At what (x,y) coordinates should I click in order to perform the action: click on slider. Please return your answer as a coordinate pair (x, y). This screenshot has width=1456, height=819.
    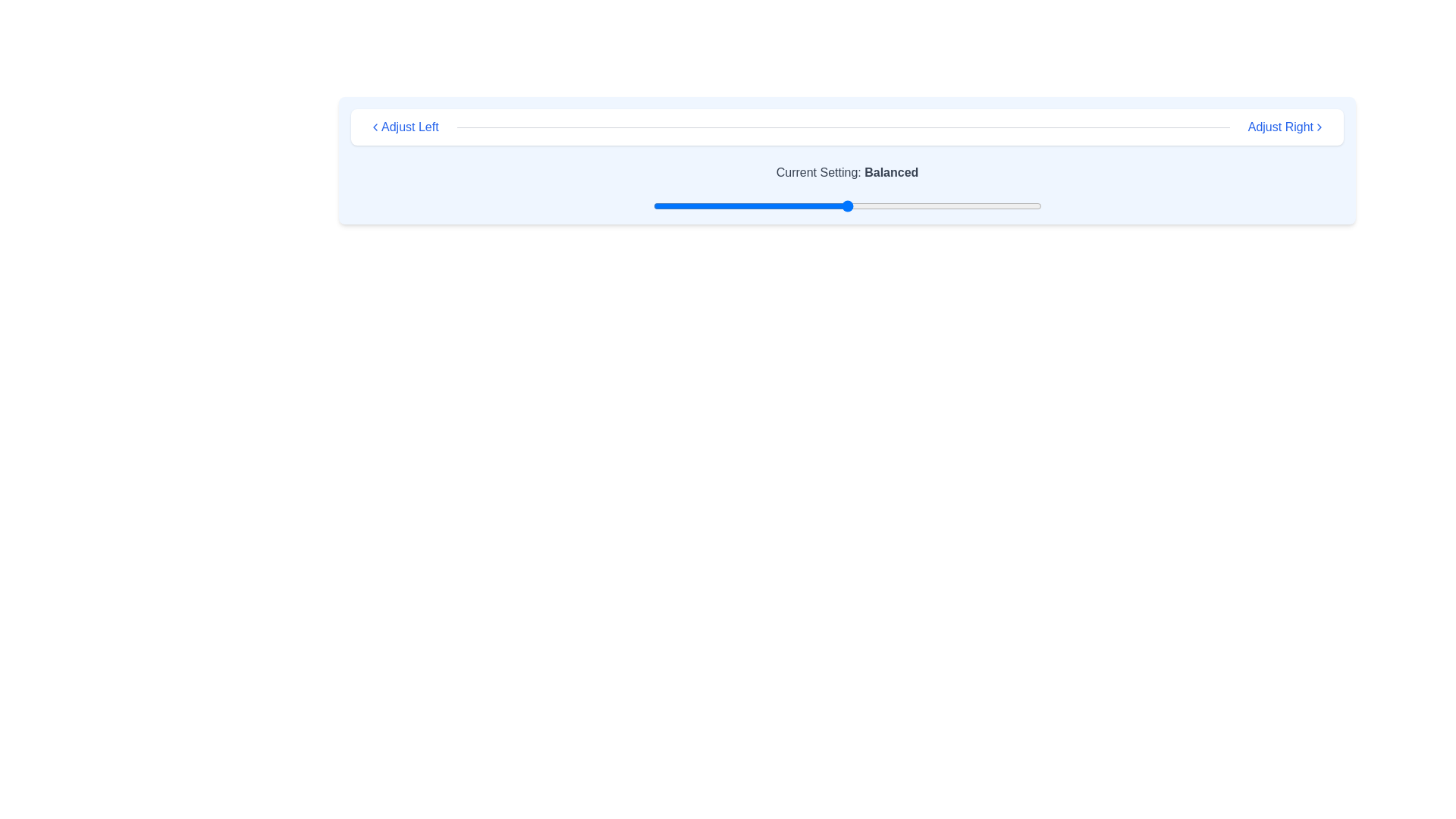
    Looking at the image, I should click on (765, 206).